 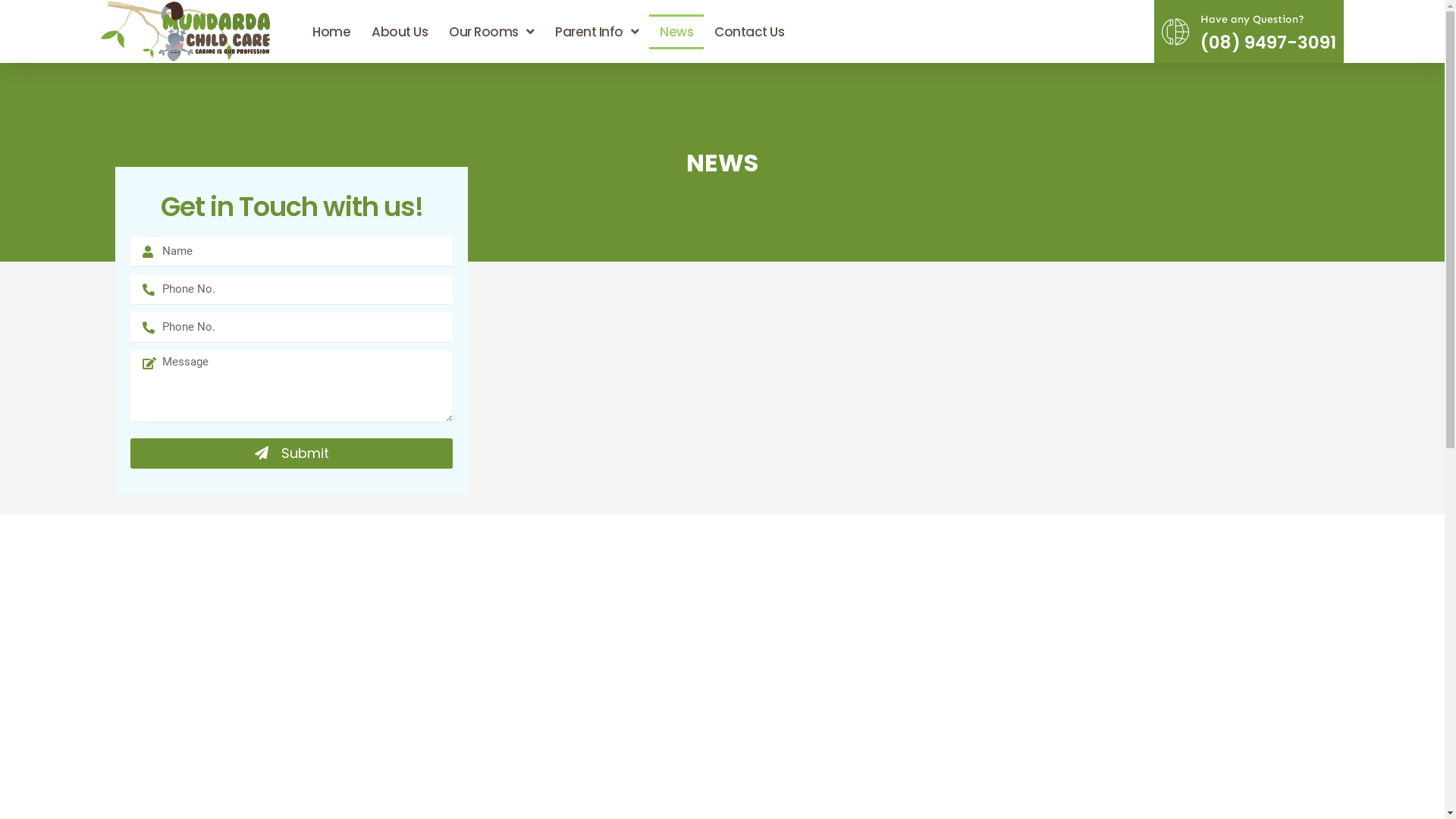 I want to click on 'Submit', so click(x=291, y=452).